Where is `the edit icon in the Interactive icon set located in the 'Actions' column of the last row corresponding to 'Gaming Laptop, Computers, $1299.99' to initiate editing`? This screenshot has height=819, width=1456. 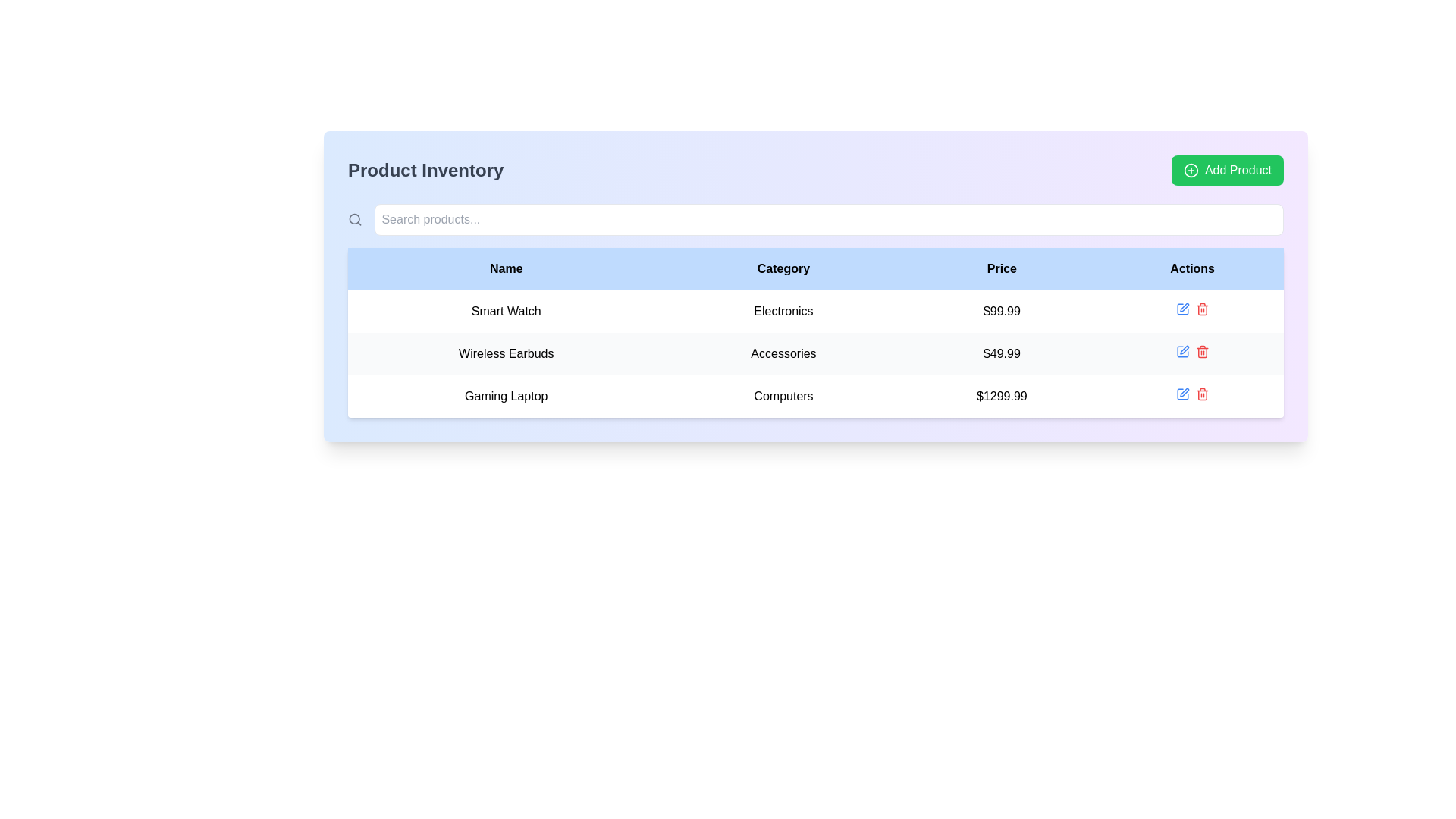
the edit icon in the Interactive icon set located in the 'Actions' column of the last row corresponding to 'Gaming Laptop, Computers, $1299.99' to initiate editing is located at coordinates (1191, 394).